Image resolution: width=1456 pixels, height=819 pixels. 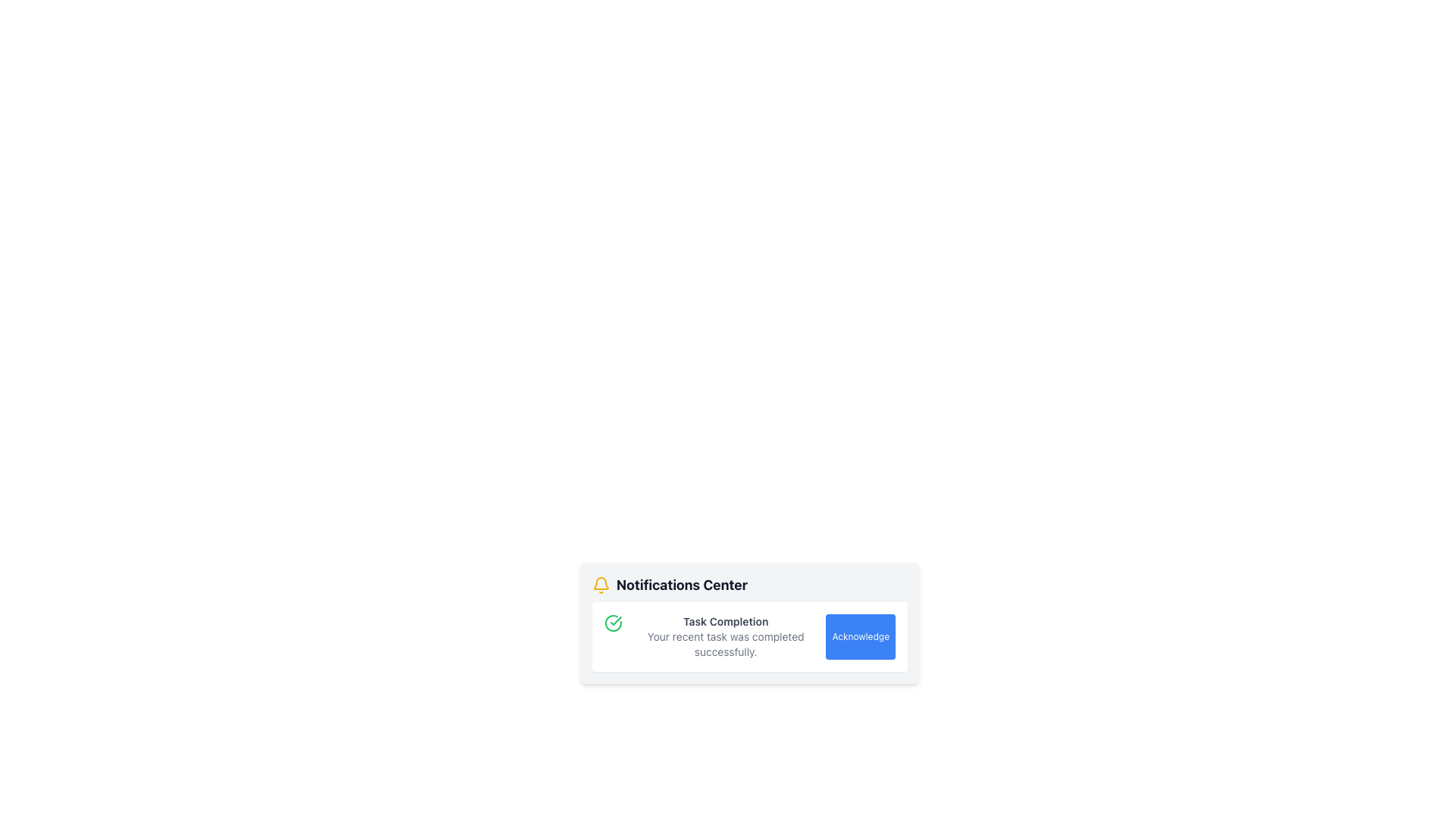 I want to click on the button located at the bottom-right corner of the notification card, adjacent to the description text and other elements, so click(x=861, y=637).